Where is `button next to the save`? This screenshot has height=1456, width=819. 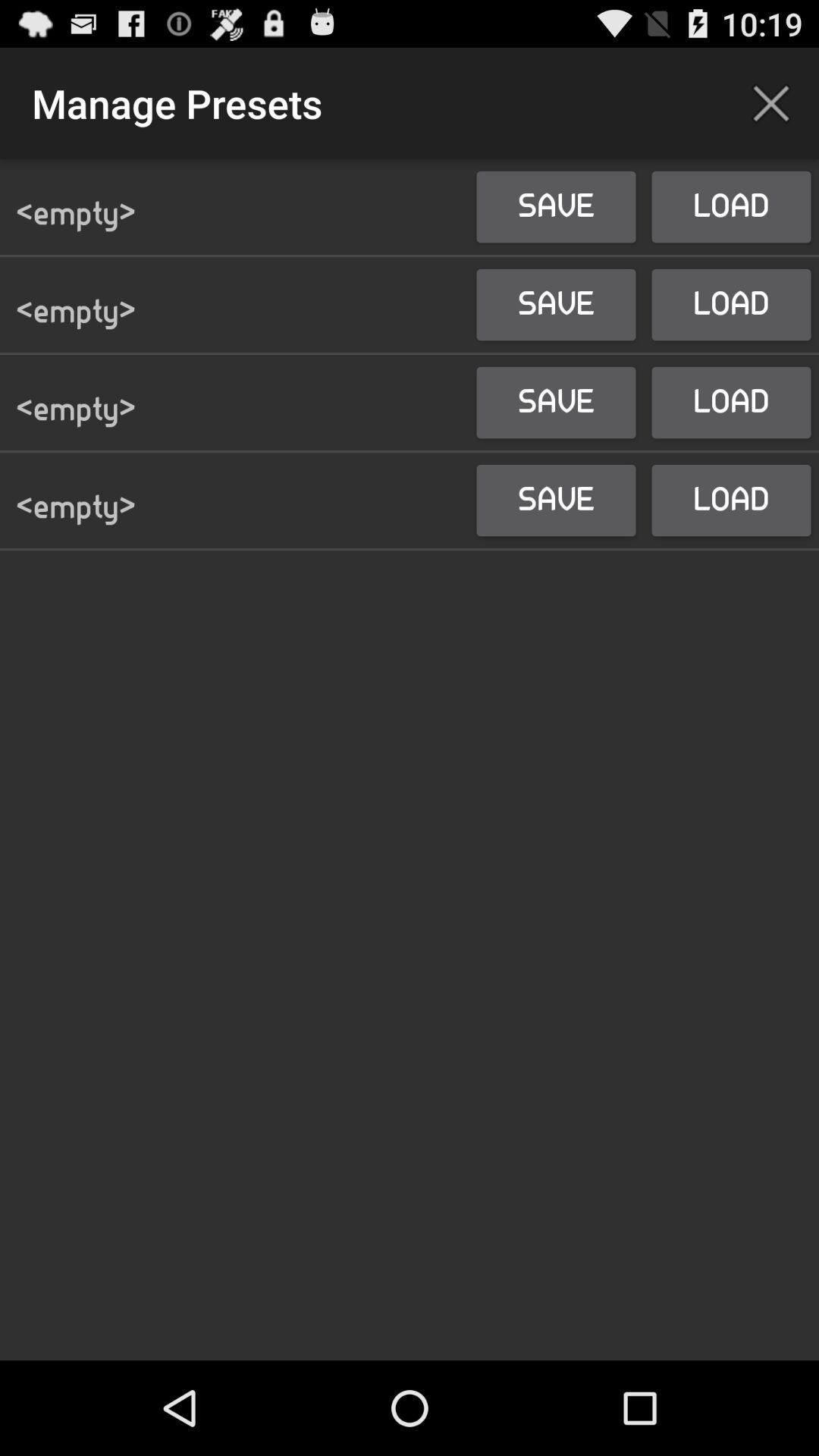 button next to the save is located at coordinates (771, 102).